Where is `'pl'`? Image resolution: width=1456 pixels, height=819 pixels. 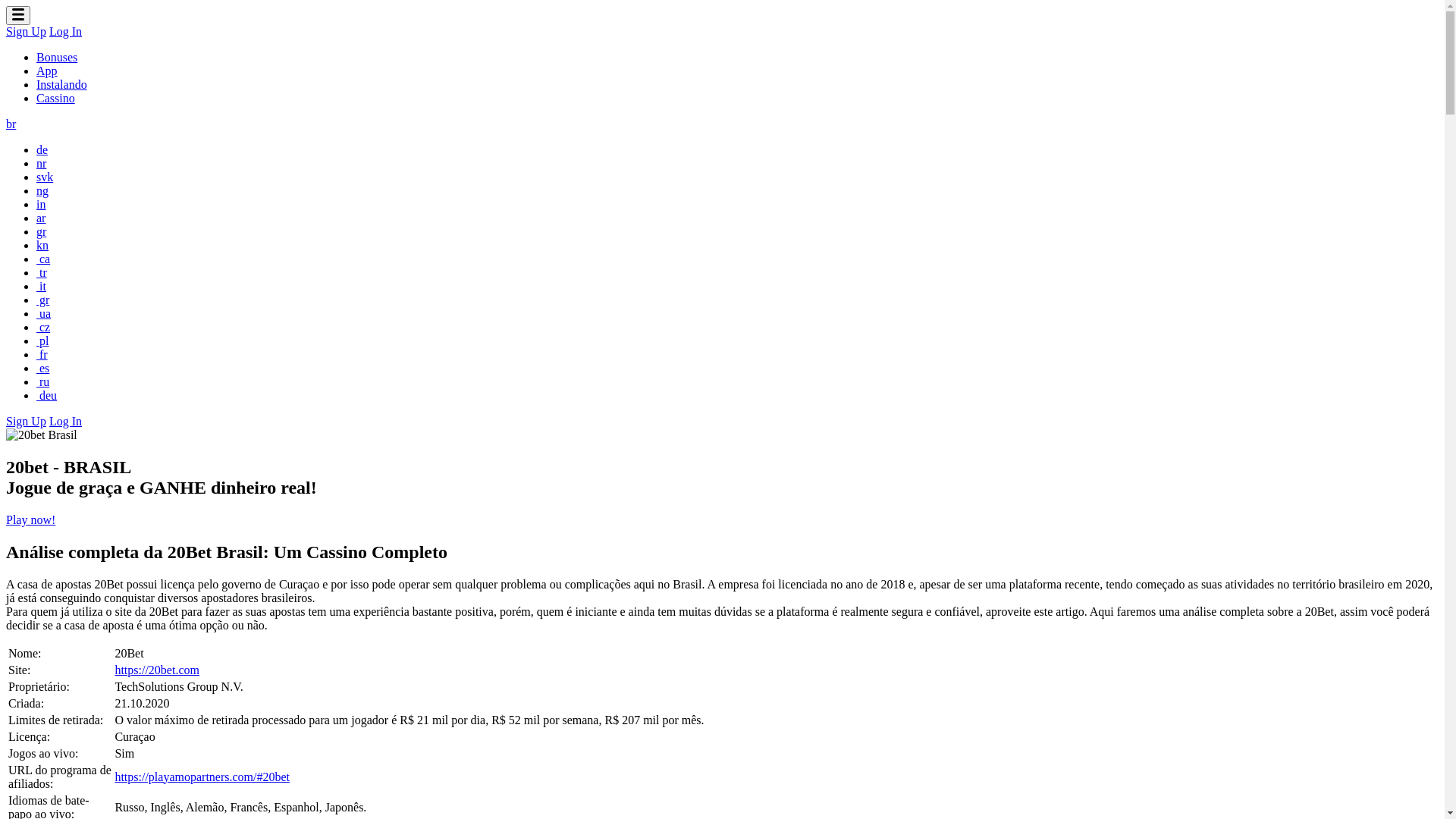 'pl' is located at coordinates (42, 340).